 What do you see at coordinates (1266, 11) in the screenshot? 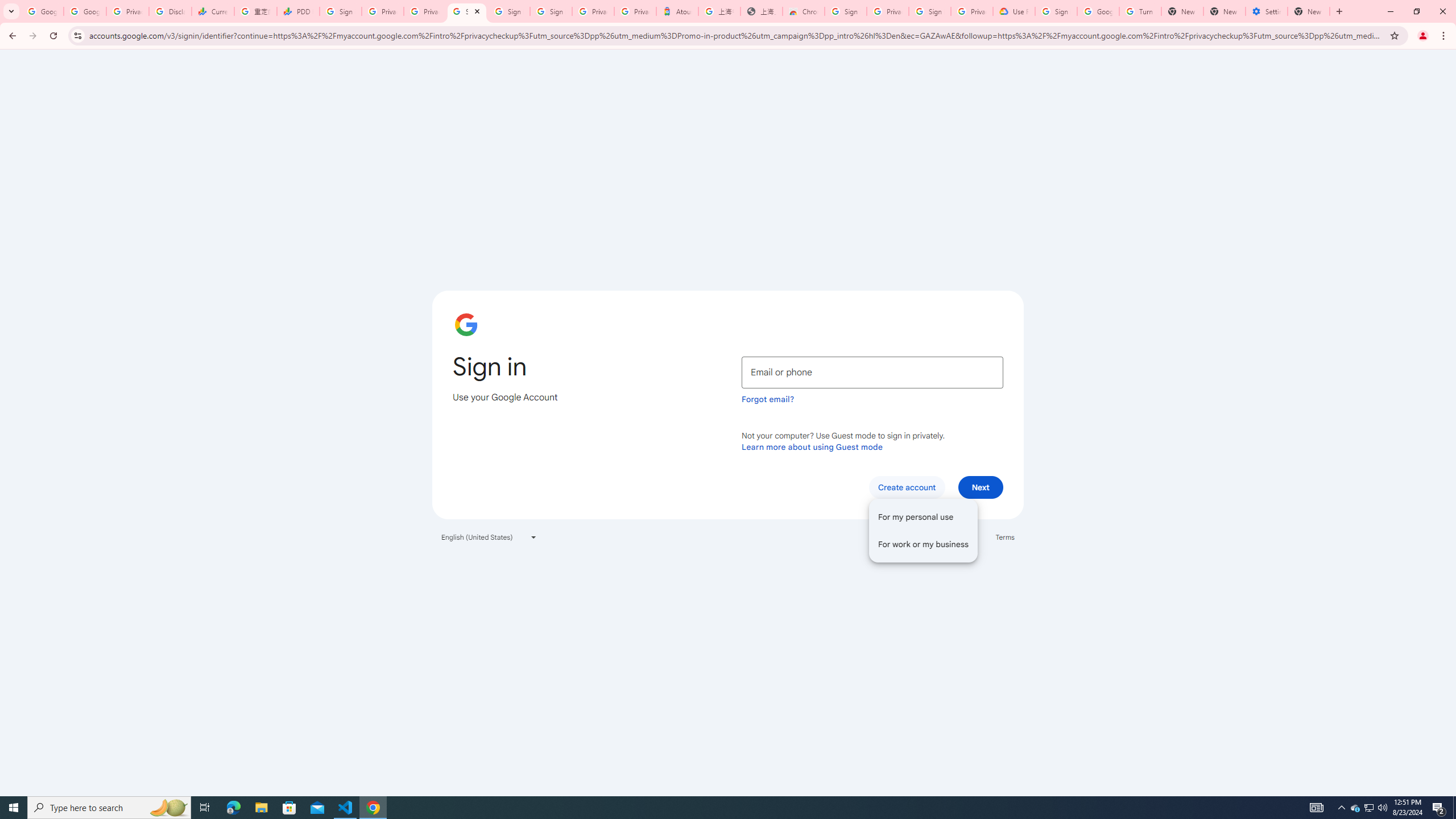
I see `'Settings - System'` at bounding box center [1266, 11].